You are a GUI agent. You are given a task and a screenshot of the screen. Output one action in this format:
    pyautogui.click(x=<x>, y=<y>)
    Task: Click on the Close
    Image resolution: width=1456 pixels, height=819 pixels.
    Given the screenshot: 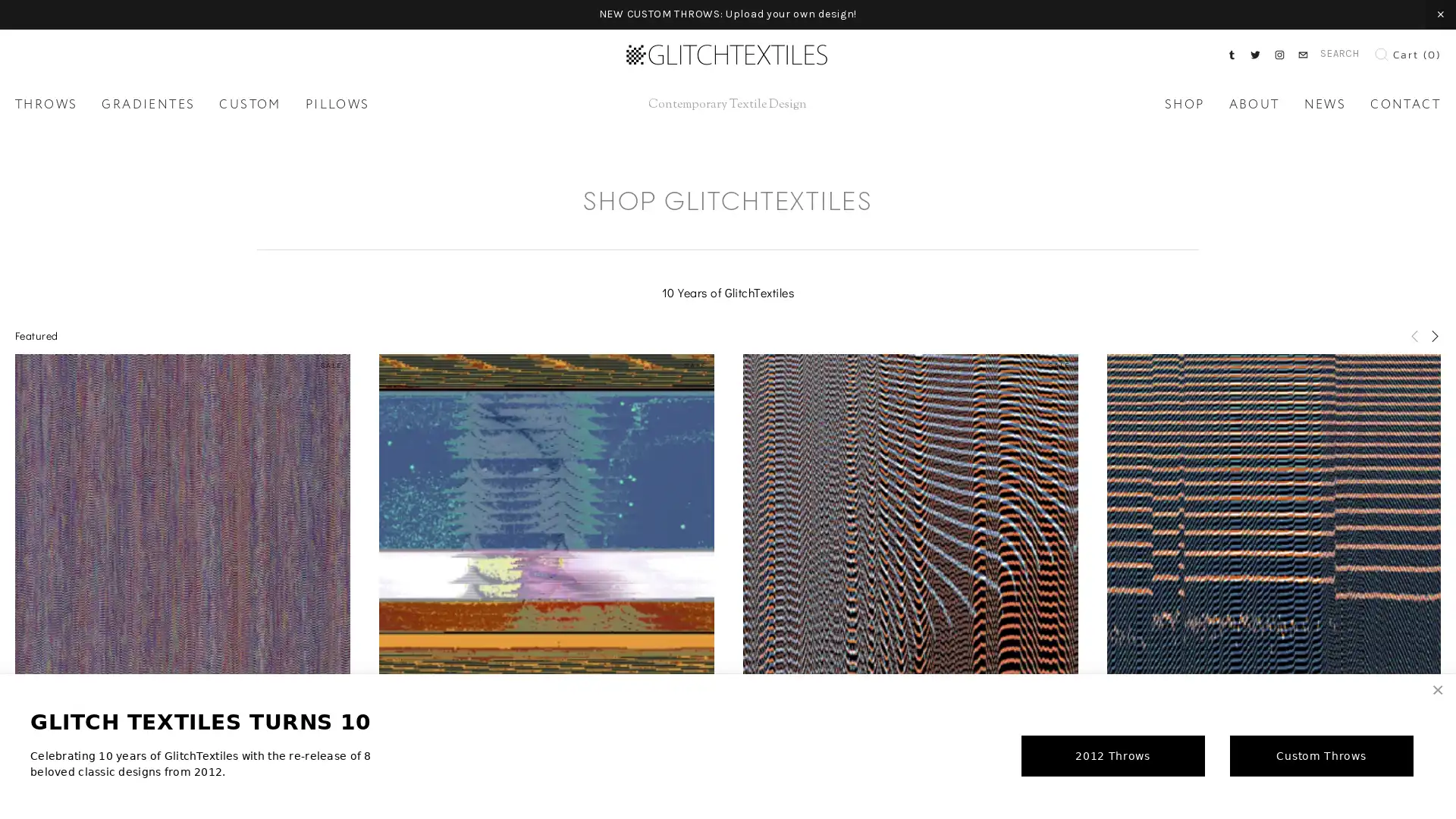 What is the action you would take?
    pyautogui.click(x=1437, y=690)
    